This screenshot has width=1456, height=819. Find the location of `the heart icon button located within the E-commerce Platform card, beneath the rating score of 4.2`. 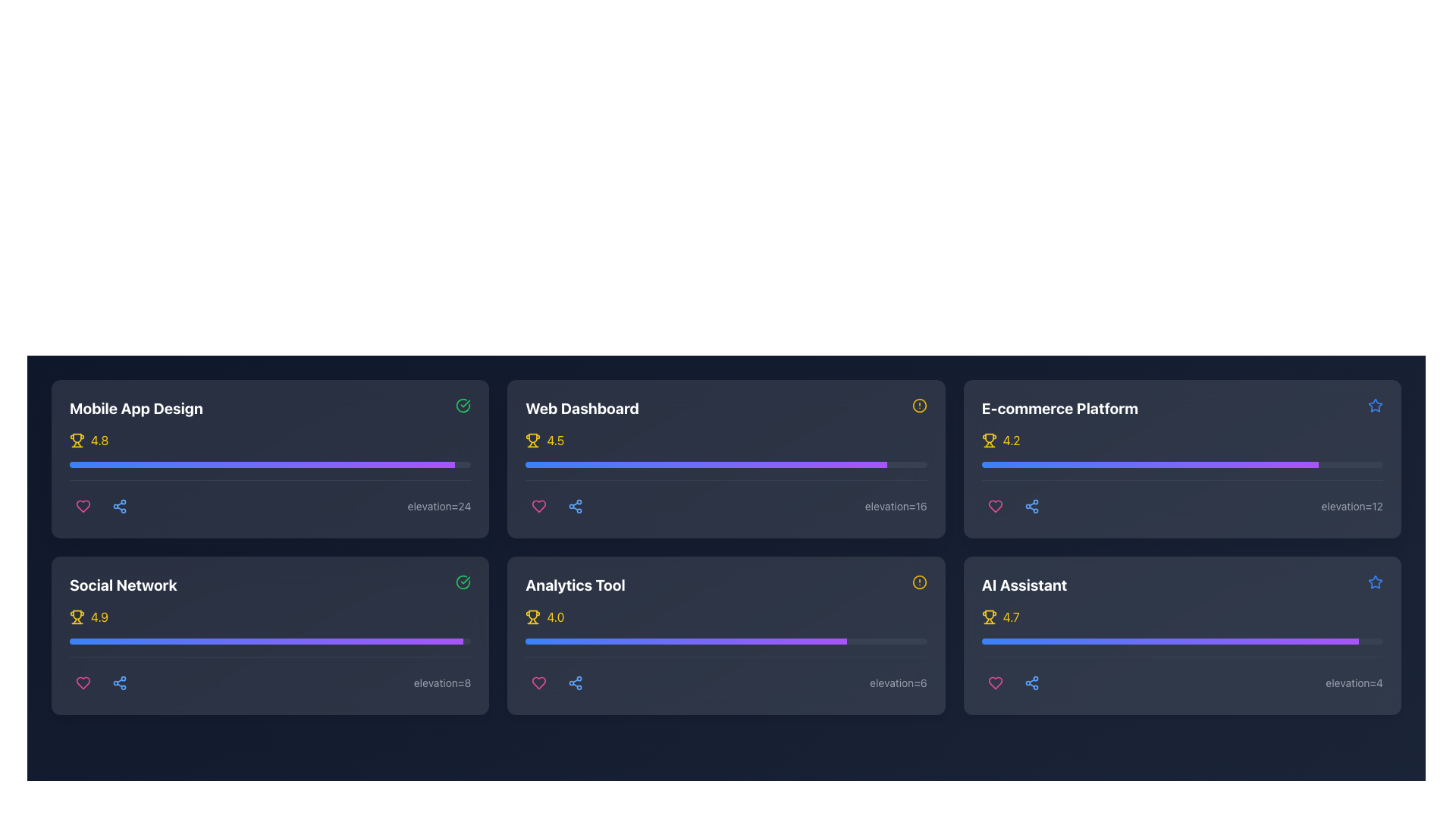

the heart icon button located within the E-commerce Platform card, beneath the rating score of 4.2 is located at coordinates (995, 506).